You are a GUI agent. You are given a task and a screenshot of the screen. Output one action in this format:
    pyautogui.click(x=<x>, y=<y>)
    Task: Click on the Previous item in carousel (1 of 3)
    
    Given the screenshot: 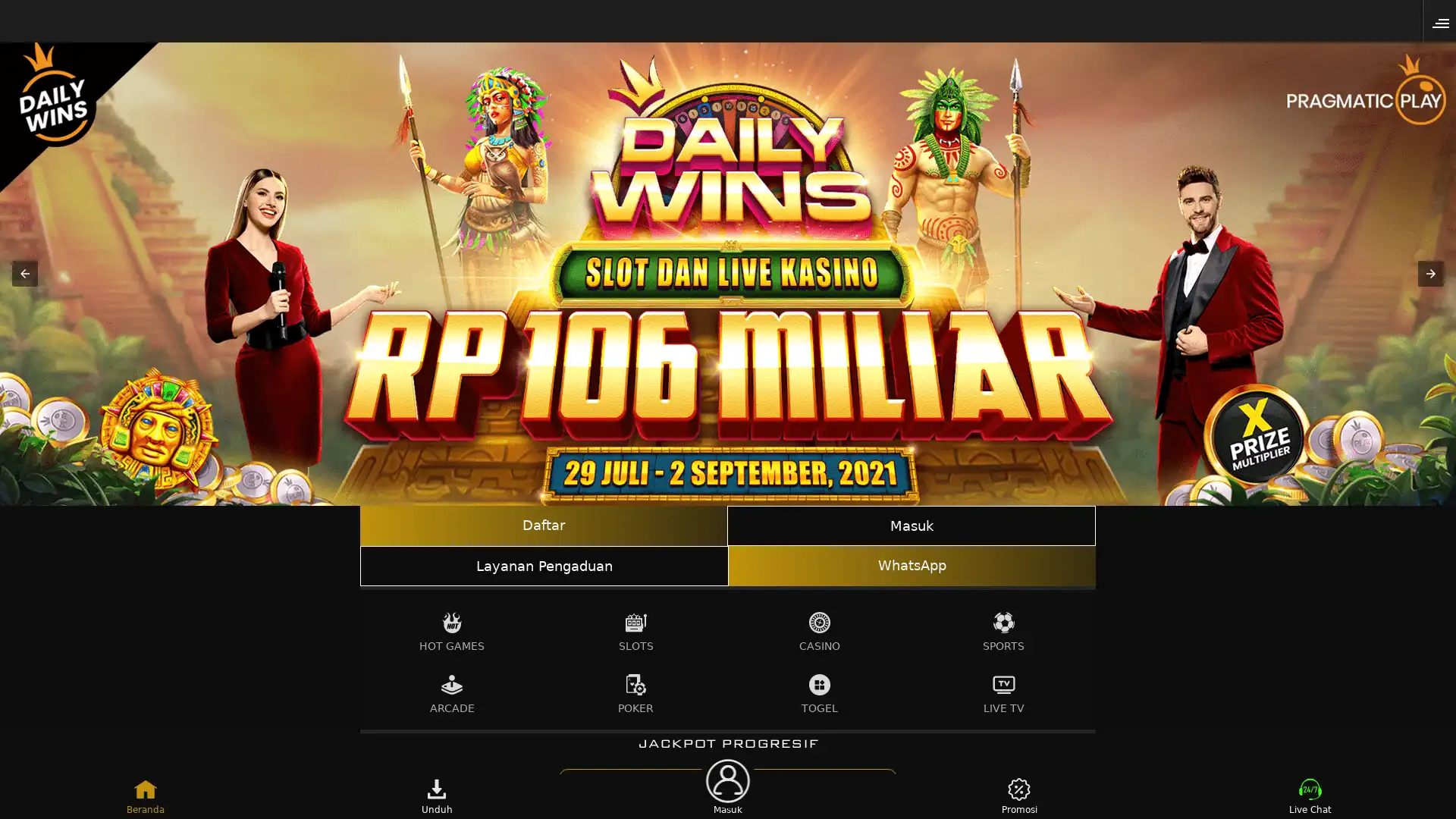 What is the action you would take?
    pyautogui.click(x=25, y=271)
    